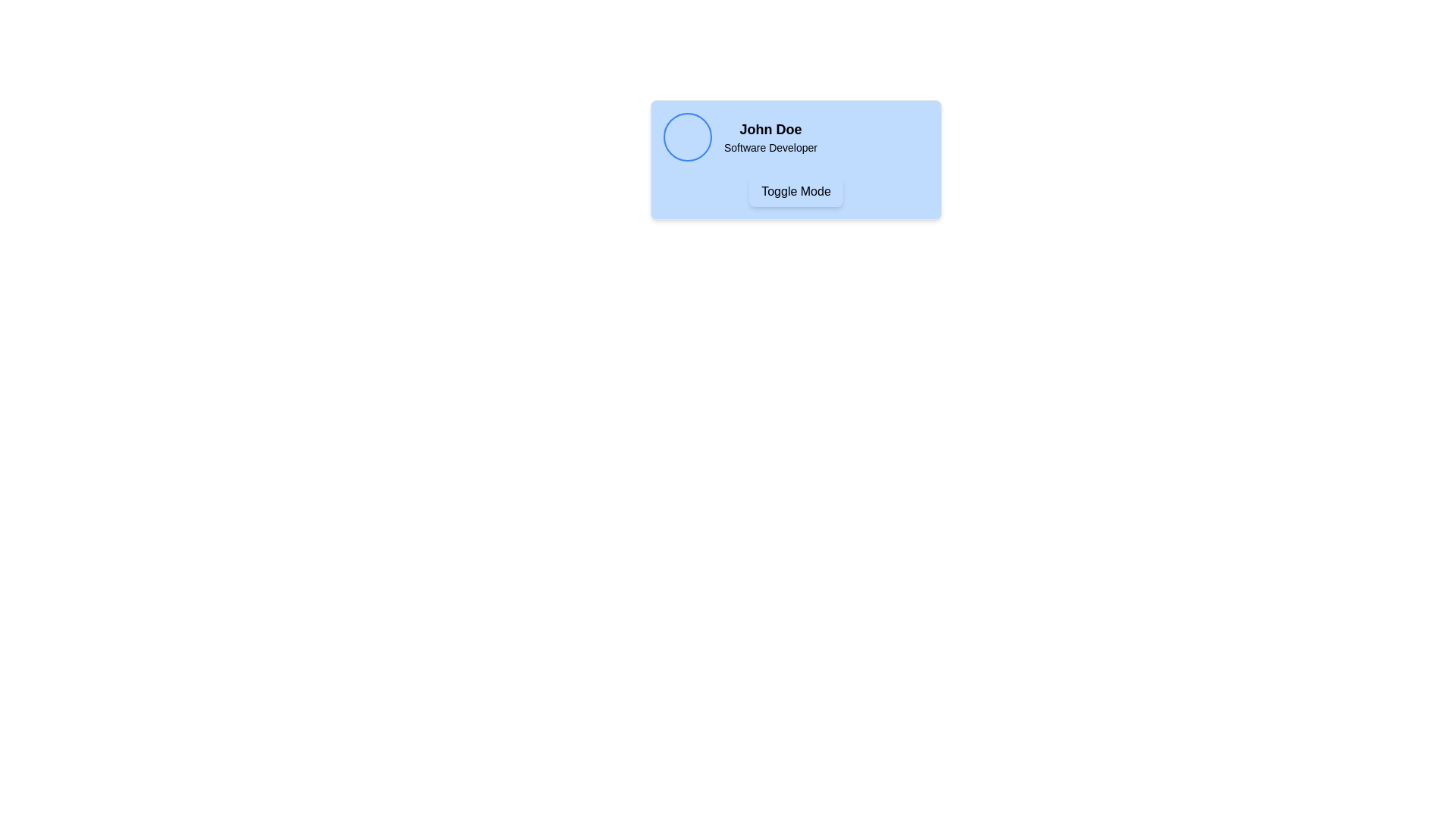 The image size is (1456, 819). Describe the element at coordinates (770, 137) in the screenshot. I see `the text block displaying the name and role of a person, located to the right of a circular profile picture` at that location.